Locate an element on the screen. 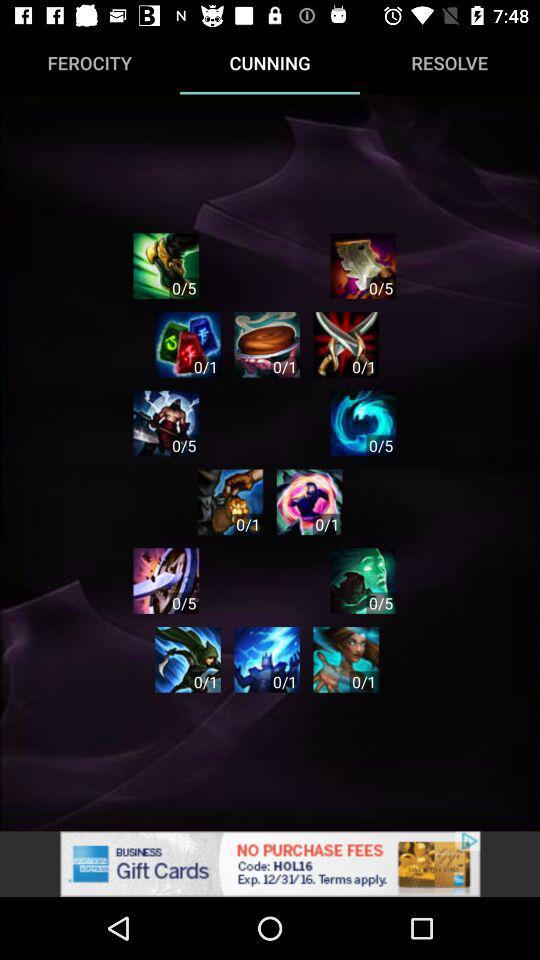  the avatar icon is located at coordinates (362, 581).